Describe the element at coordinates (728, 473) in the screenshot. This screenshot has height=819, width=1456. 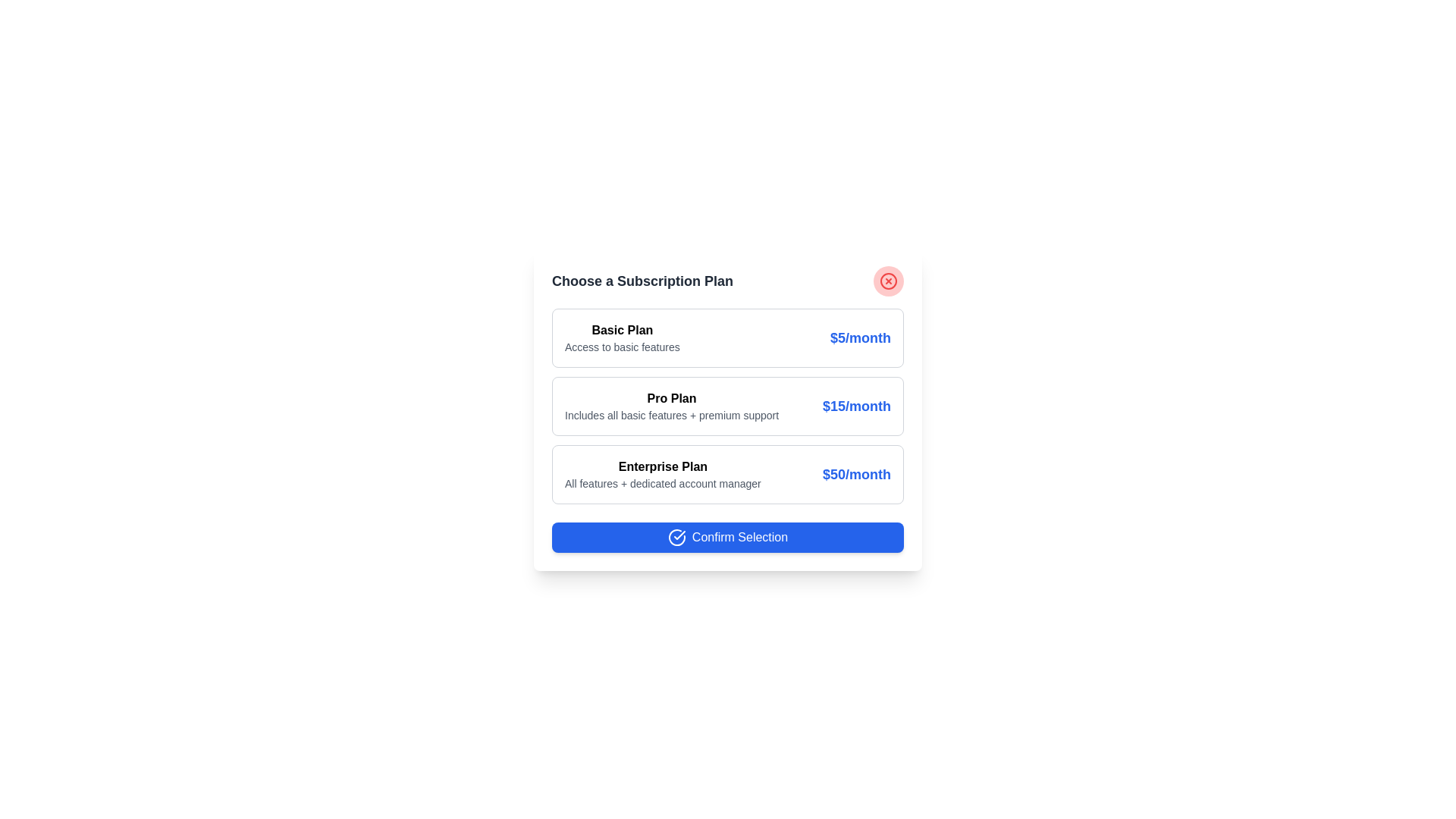
I see `the subscription plan Enterprise Plan` at that location.